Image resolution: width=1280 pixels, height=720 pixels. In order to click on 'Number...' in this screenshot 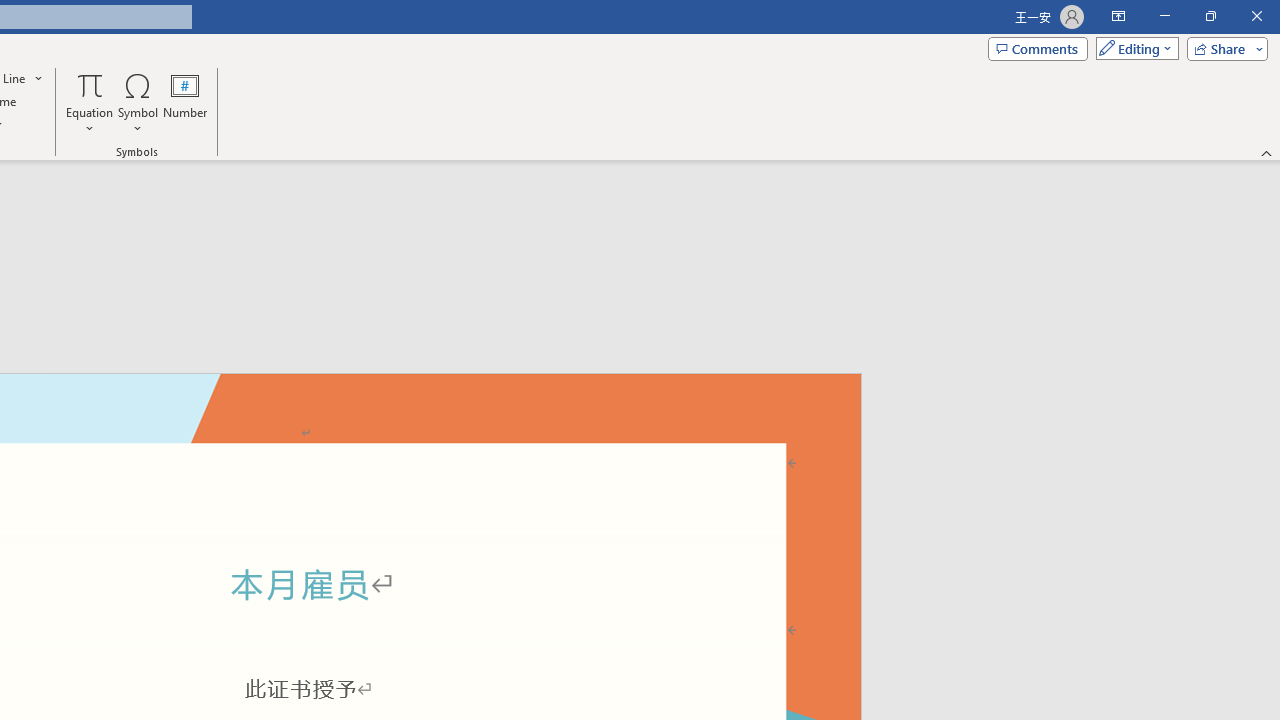, I will do `click(185, 103)`.